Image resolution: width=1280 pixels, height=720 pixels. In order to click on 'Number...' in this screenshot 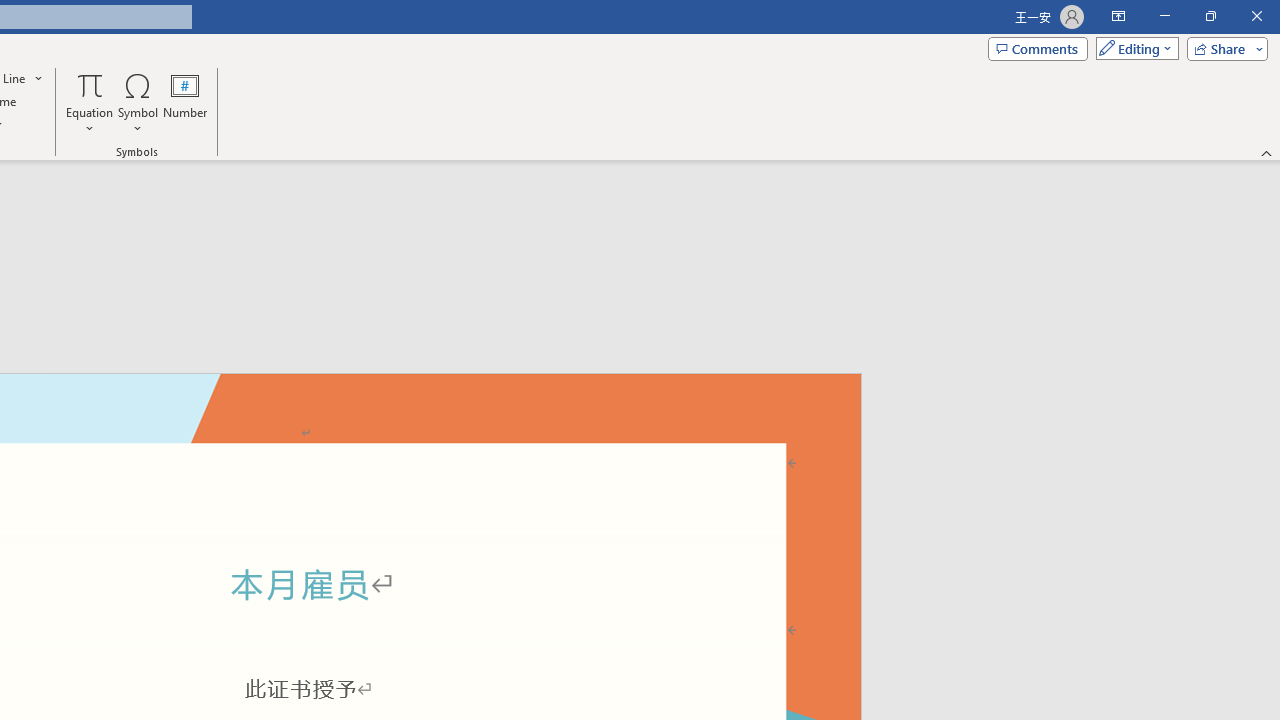, I will do `click(185, 103)`.